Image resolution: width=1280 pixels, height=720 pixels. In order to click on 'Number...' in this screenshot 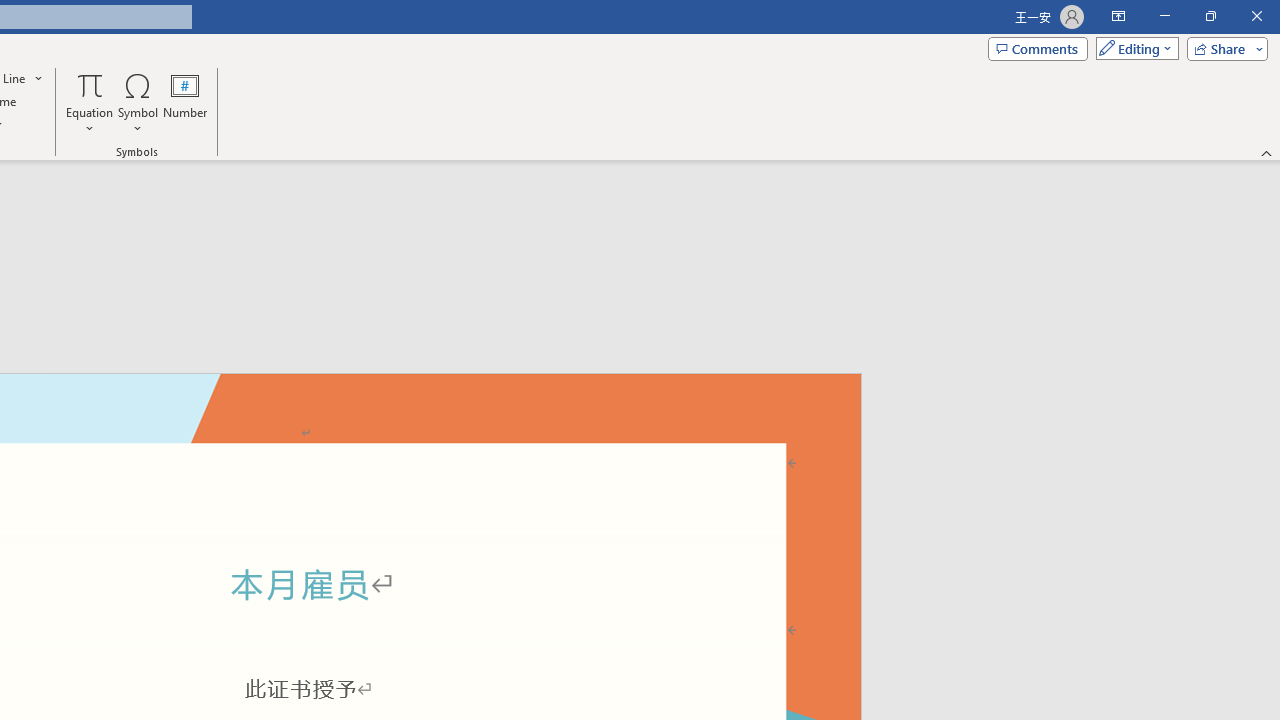, I will do `click(185, 103)`.